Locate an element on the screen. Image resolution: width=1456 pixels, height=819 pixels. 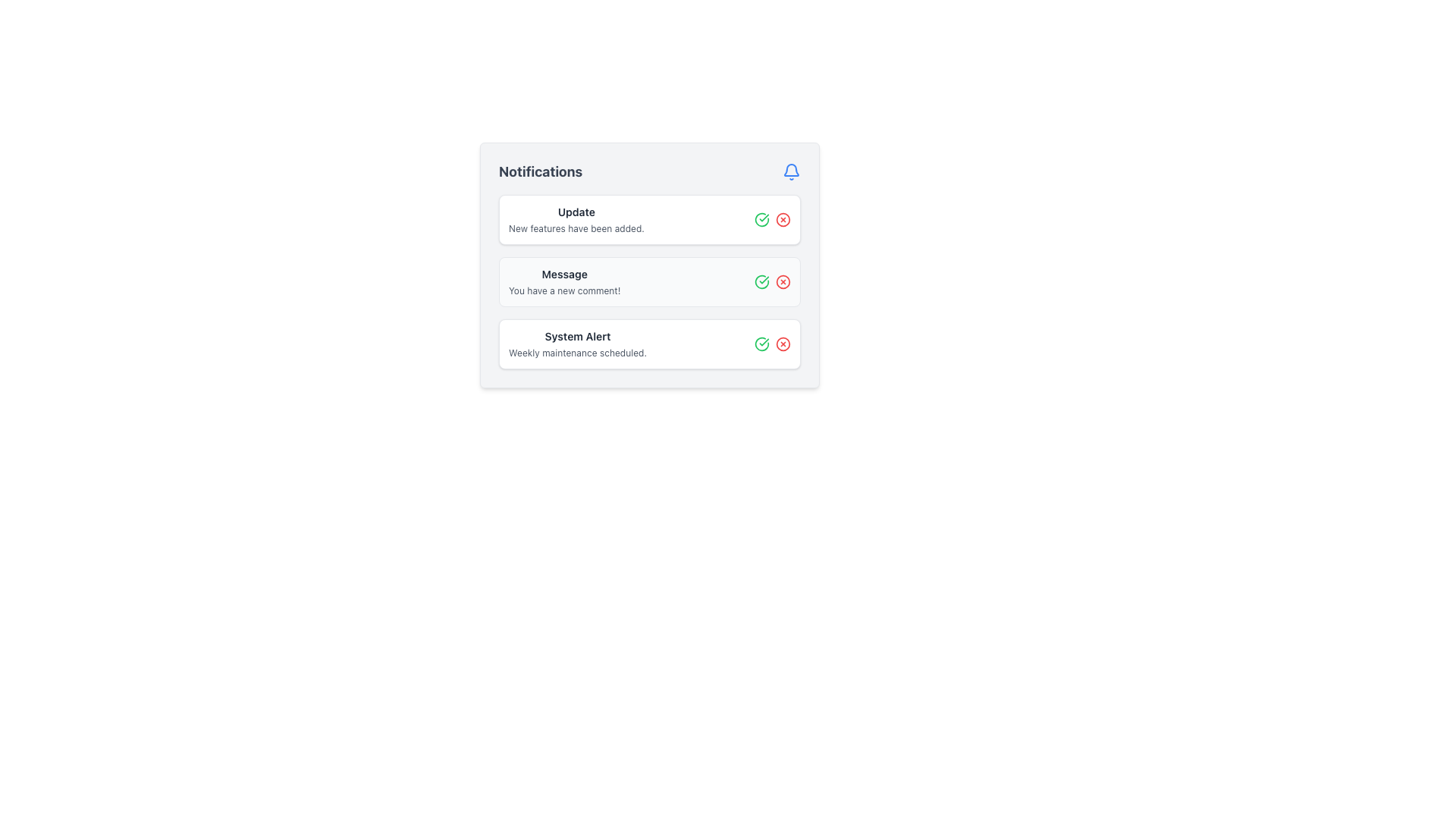
the lower semi-circular portion of the notification bell icon located in the top-right corner of the notification panel is located at coordinates (790, 170).